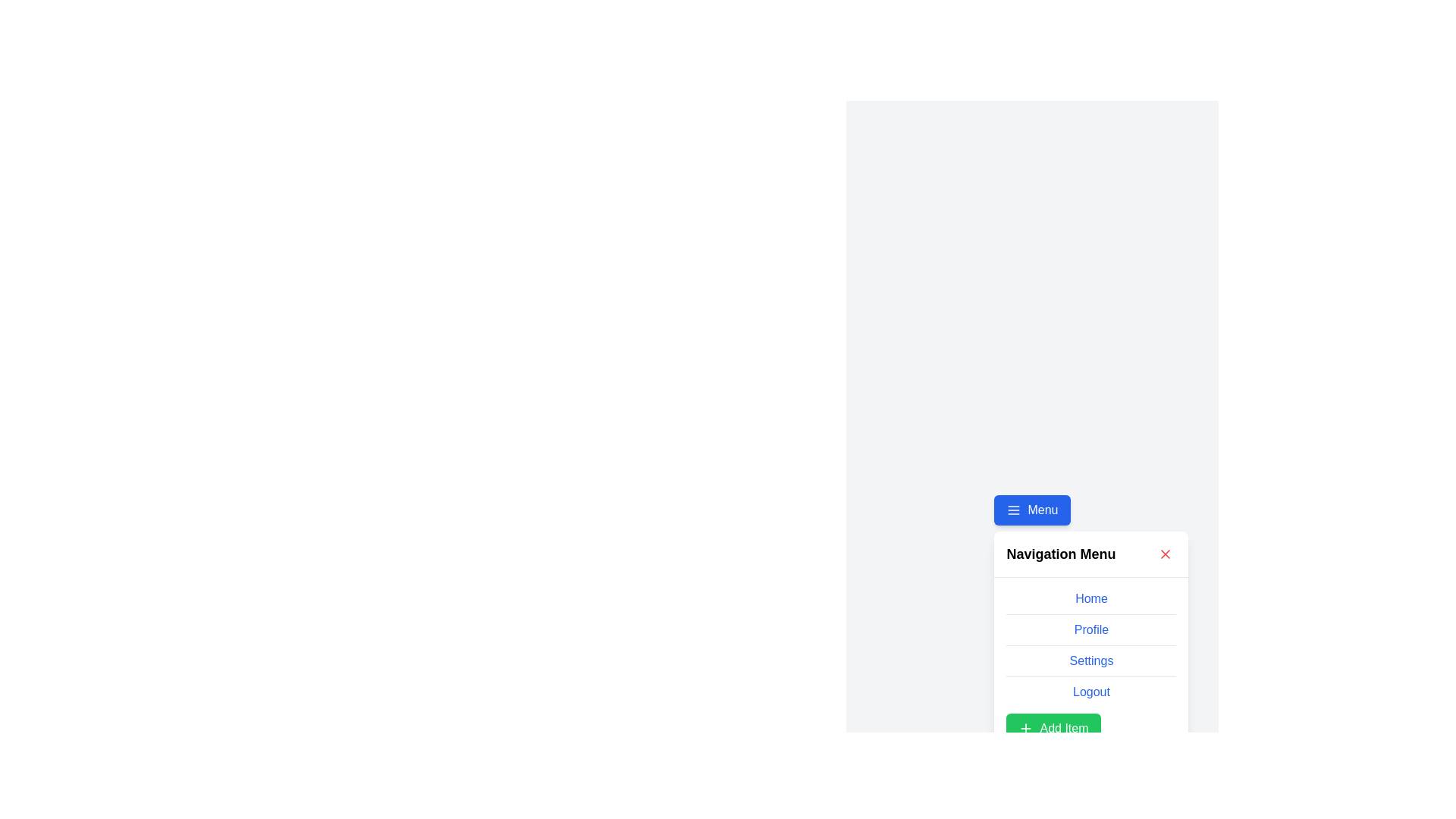 The width and height of the screenshot is (1456, 819). I want to click on the toggle button for the navigation menu located at the top-right area of the interface to provide visual feedback, so click(1031, 510).